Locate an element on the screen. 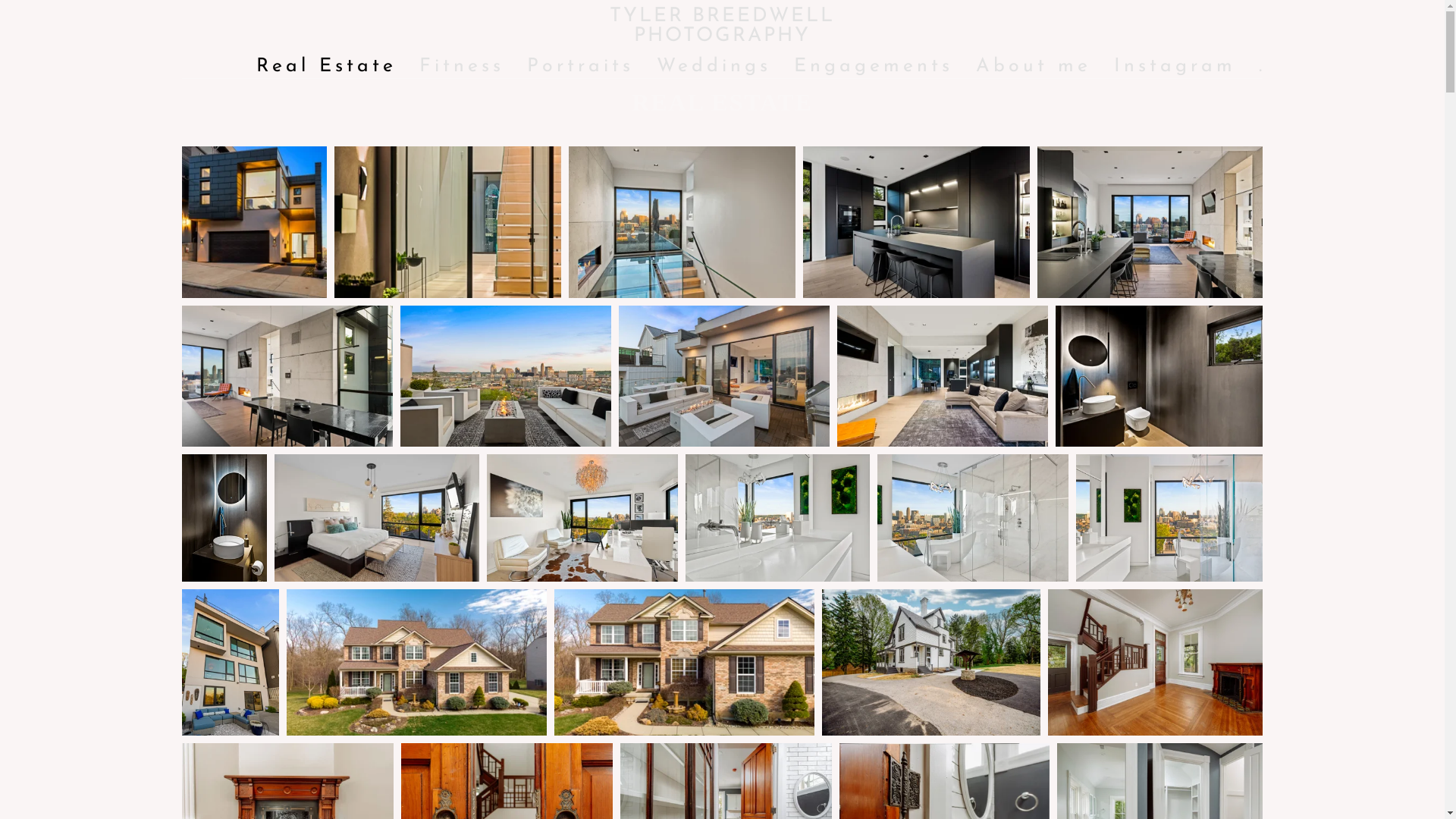  'About me' is located at coordinates (1033, 65).